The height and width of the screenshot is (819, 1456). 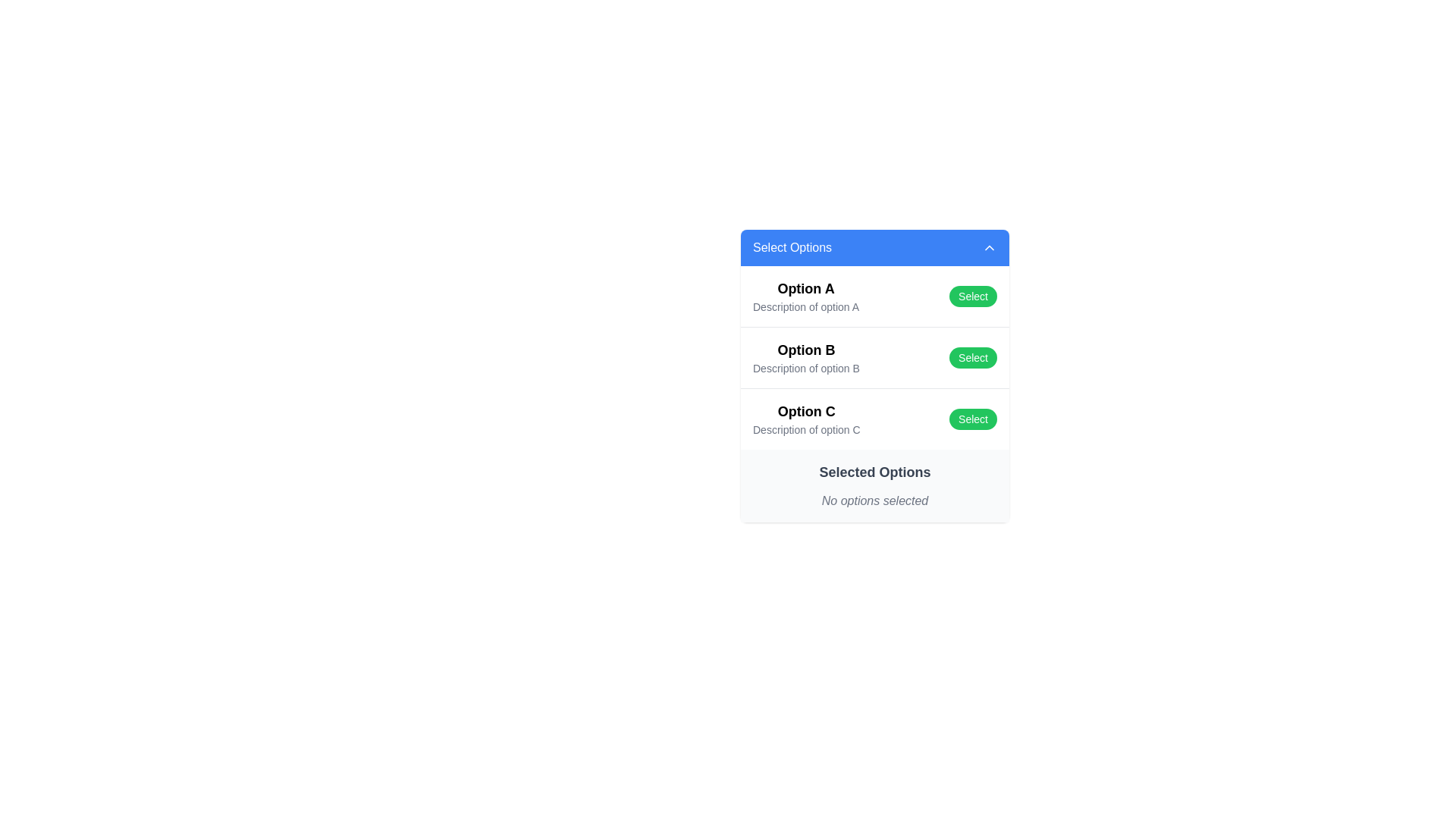 What do you see at coordinates (973, 419) in the screenshot?
I see `the 'Select' button located to the right of the text 'Option C'` at bounding box center [973, 419].